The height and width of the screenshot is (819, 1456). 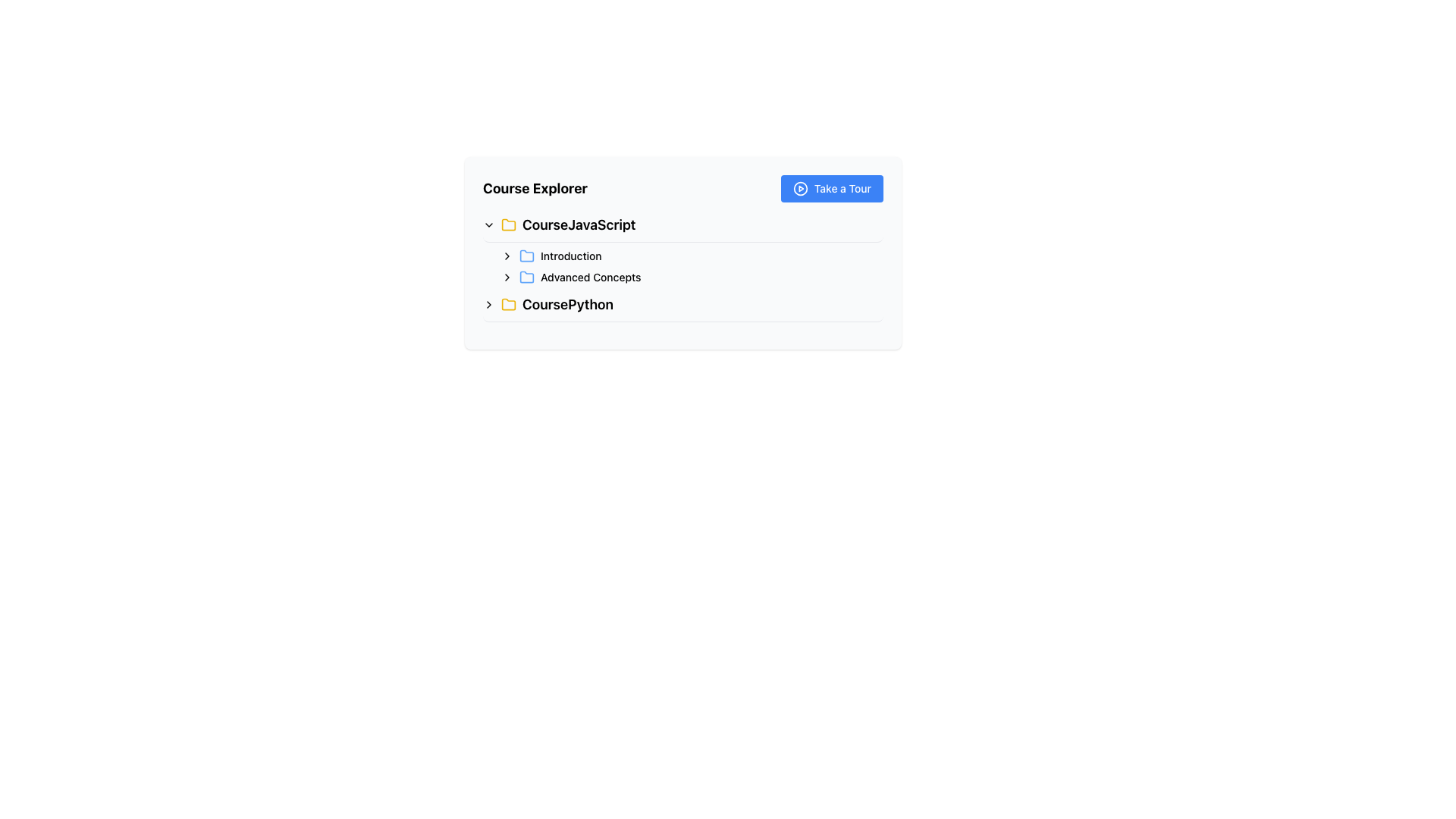 What do you see at coordinates (570, 256) in the screenshot?
I see `the 'Introduction' text label located under the 'CourseJavaScript' category` at bounding box center [570, 256].